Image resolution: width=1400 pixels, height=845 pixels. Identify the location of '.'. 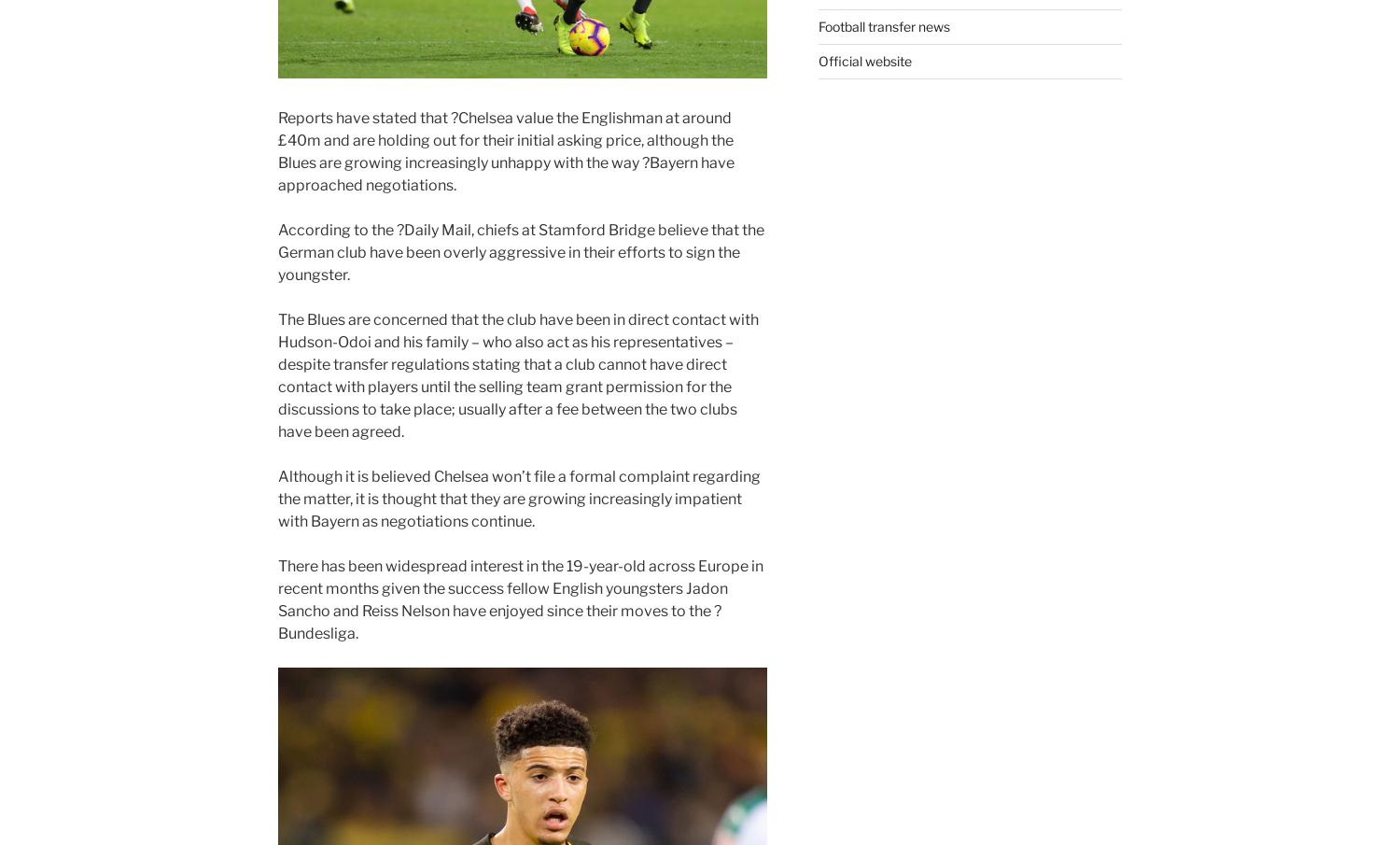
(357, 632).